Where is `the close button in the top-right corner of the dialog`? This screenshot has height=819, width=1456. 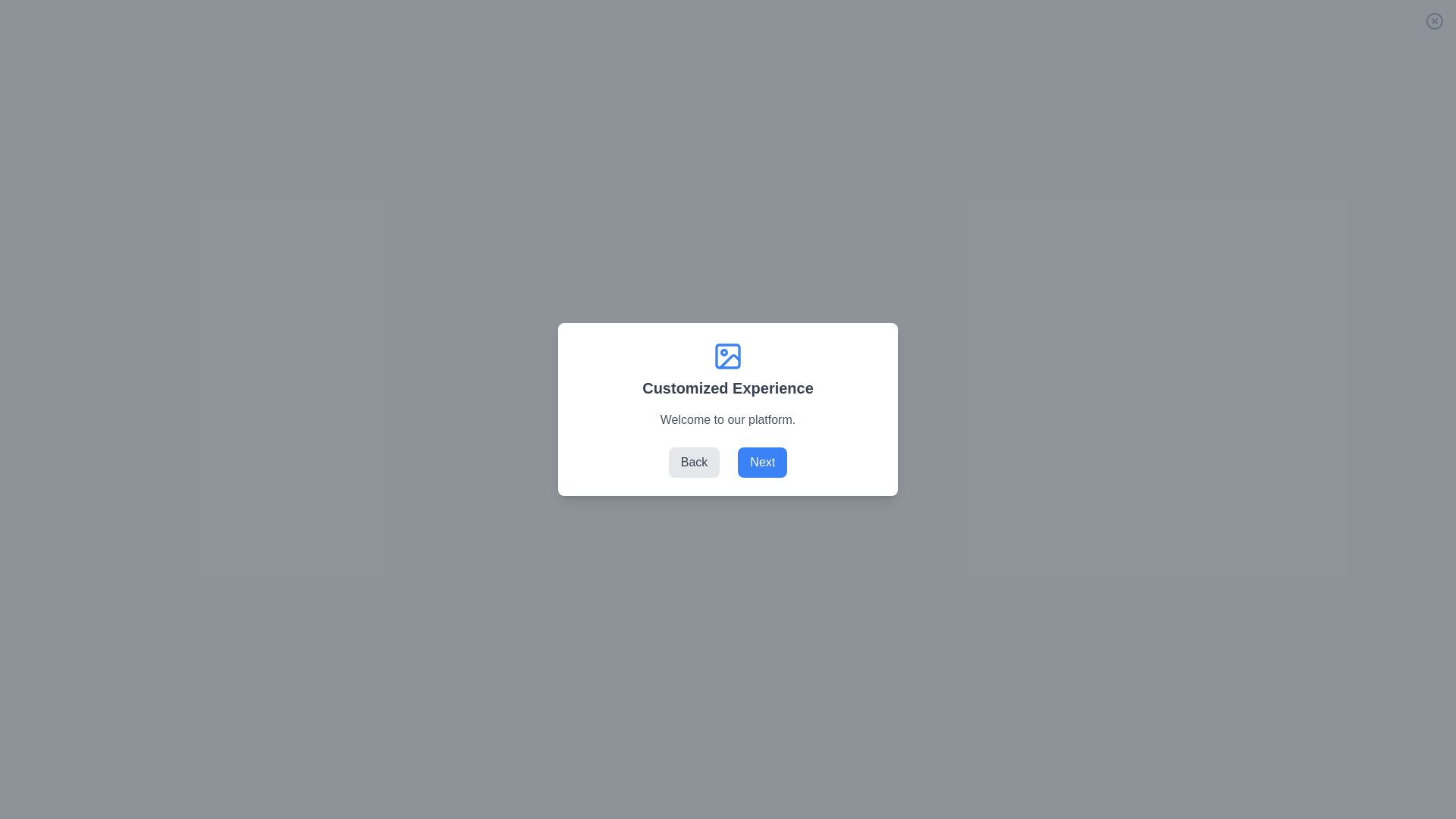
the close button in the top-right corner of the dialog is located at coordinates (1433, 20).